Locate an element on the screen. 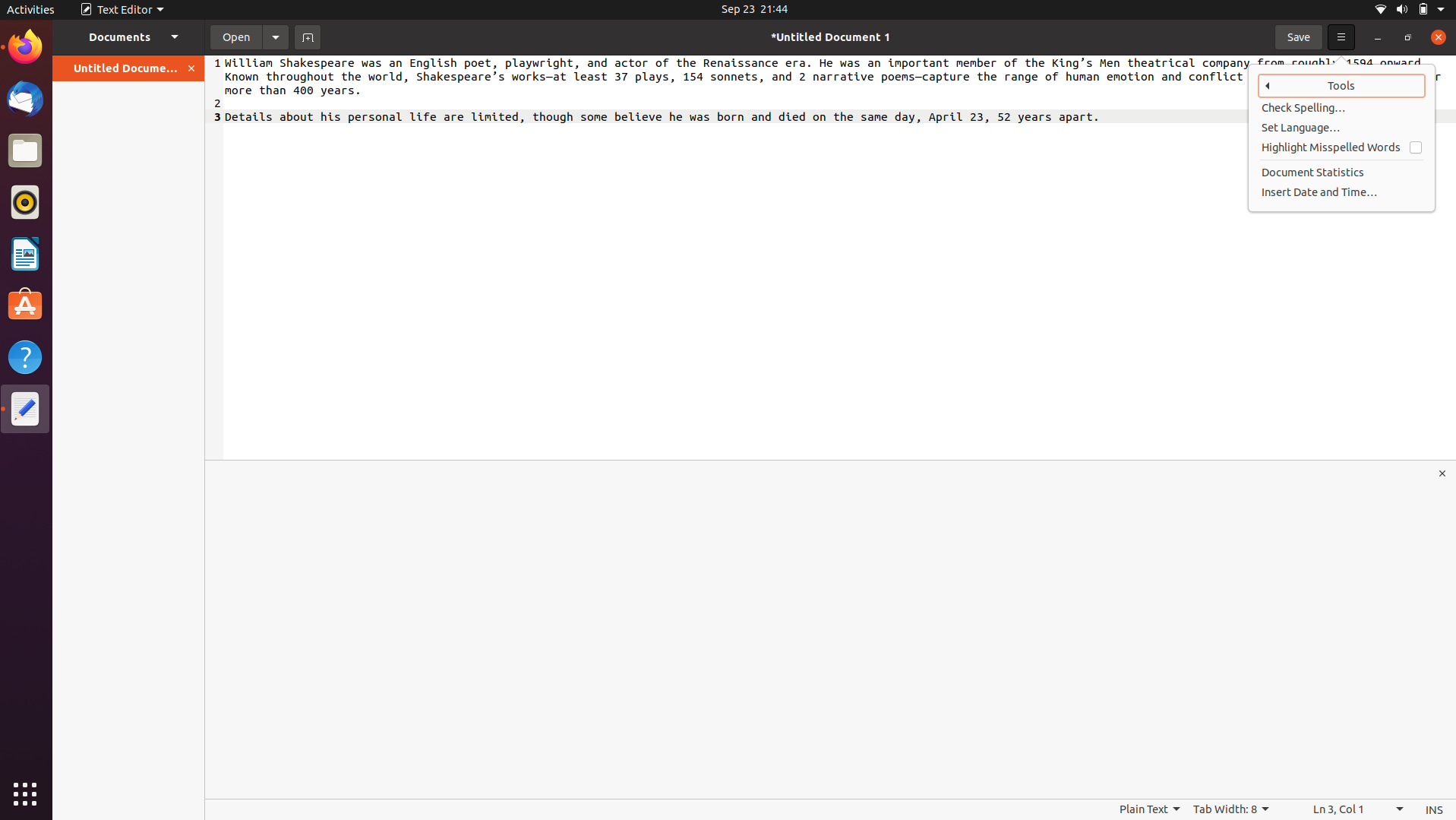 This screenshot has width=1456, height=820. Change the file format to HTML is located at coordinates (1148, 809).